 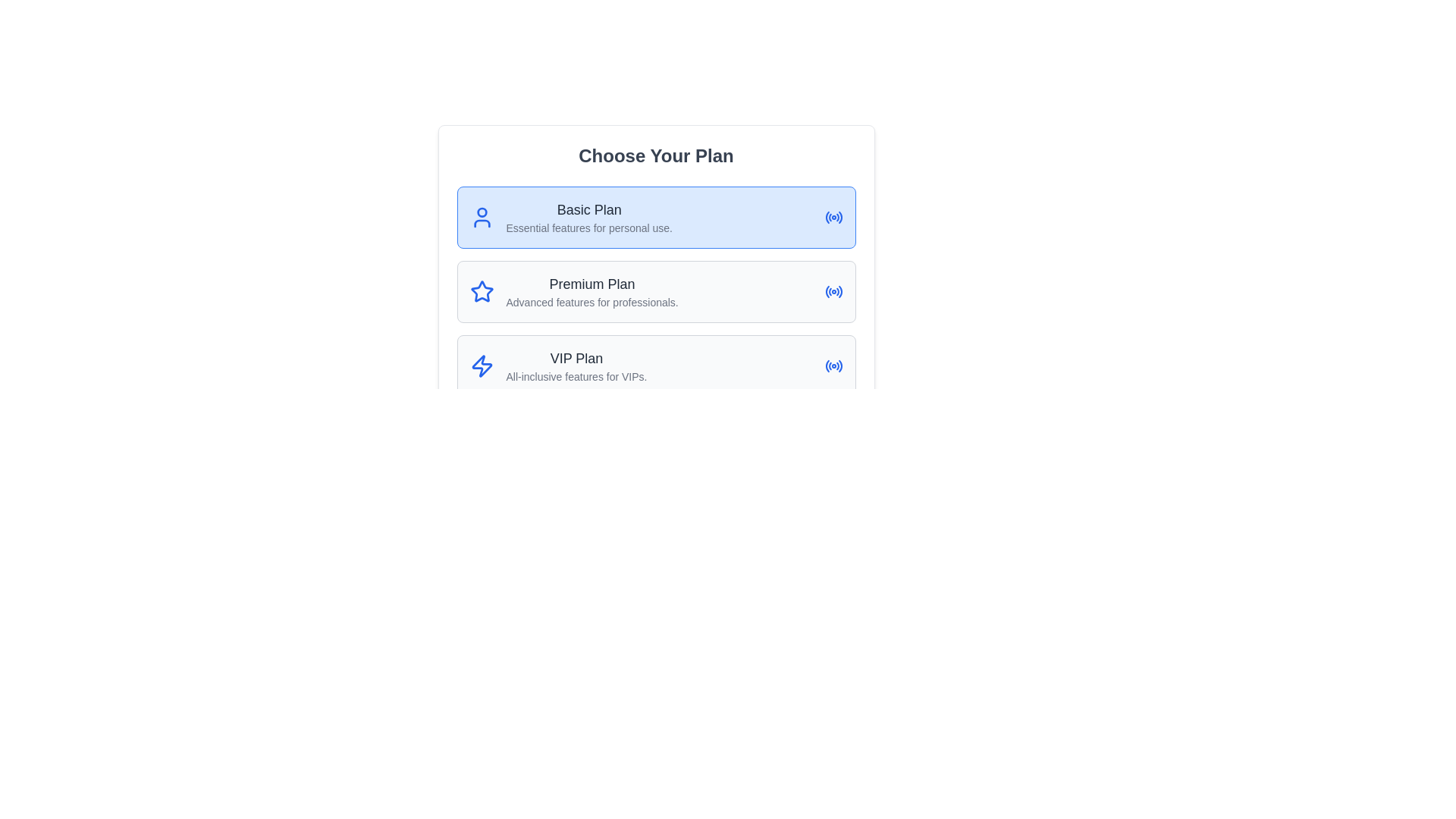 What do you see at coordinates (481, 366) in the screenshot?
I see `the blue lightning bolt icon located at the start of the VIP Plan option row, which features a sharp zigzag pattern` at bounding box center [481, 366].